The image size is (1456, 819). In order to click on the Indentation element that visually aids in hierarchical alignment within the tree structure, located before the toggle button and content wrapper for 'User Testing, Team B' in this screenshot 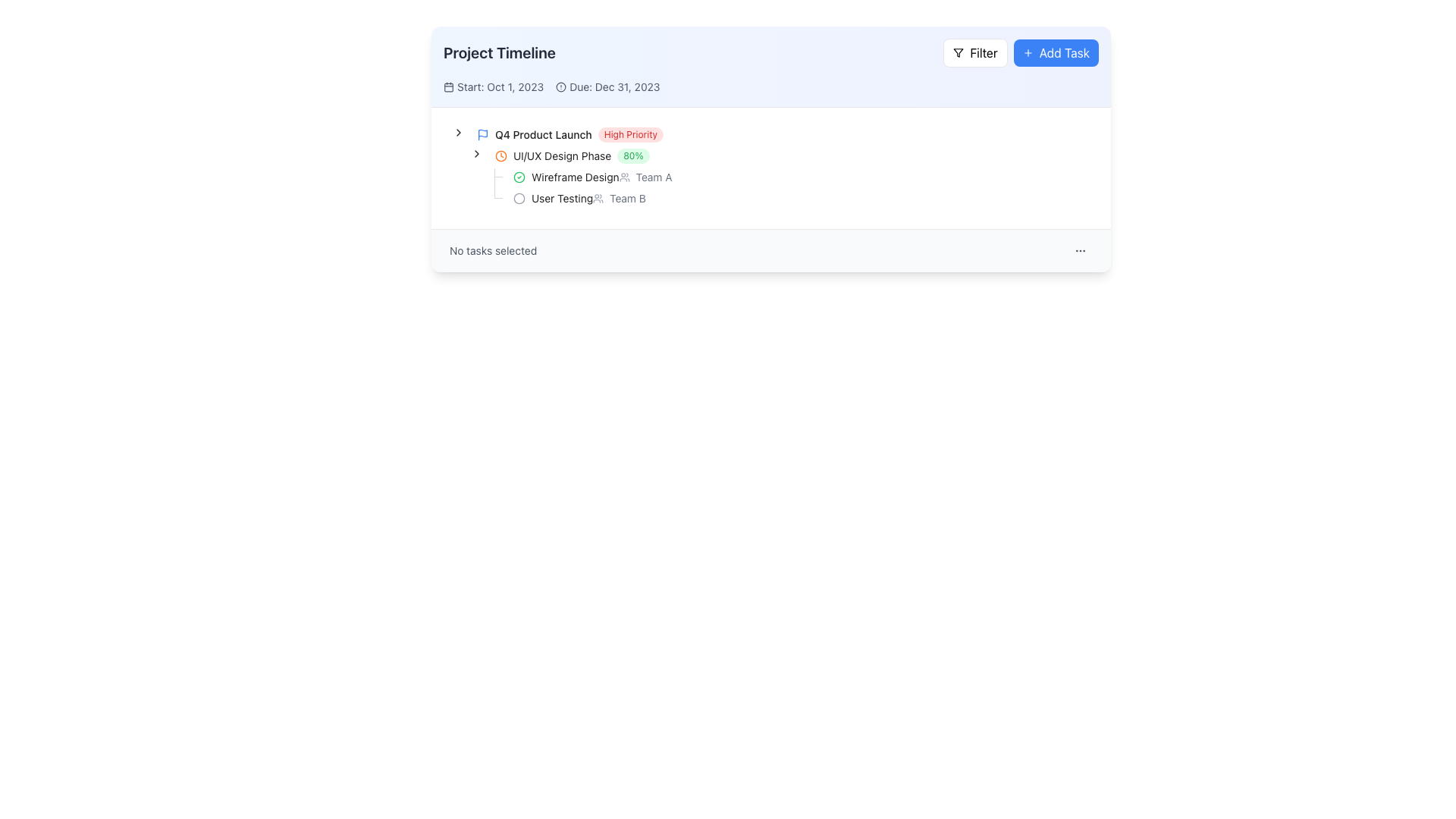, I will do `click(467, 198)`.